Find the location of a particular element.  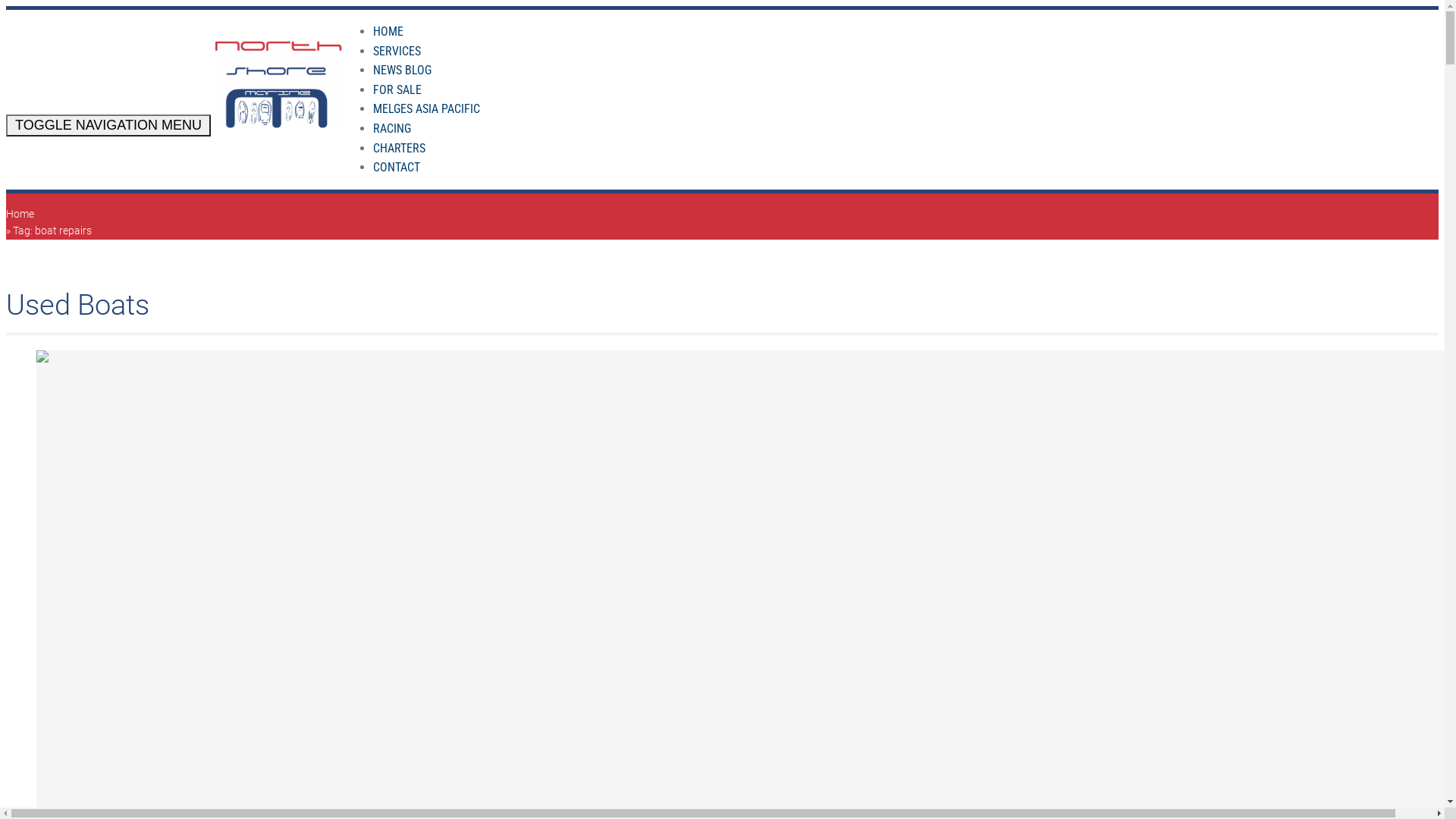

'MELGES ASIA PACIFIC' is located at coordinates (425, 108).